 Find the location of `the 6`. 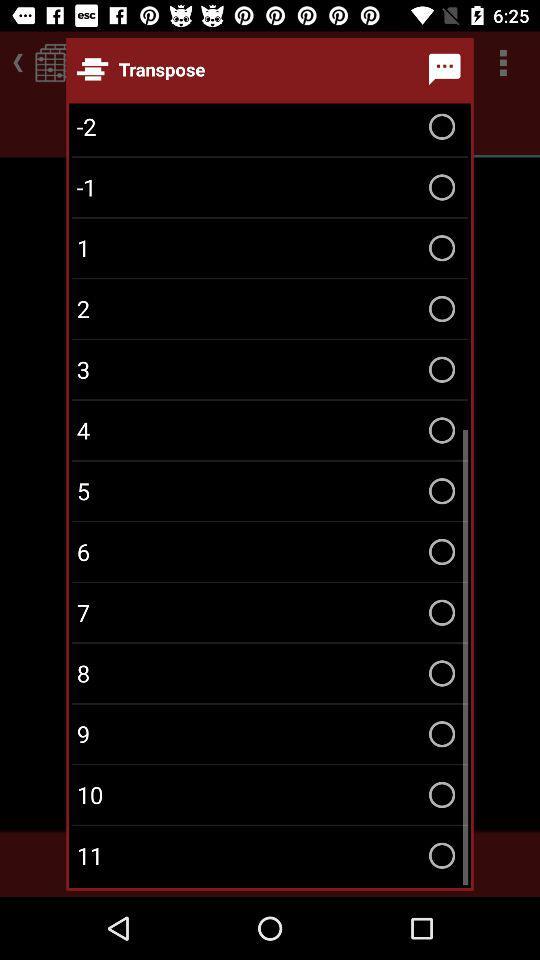

the 6 is located at coordinates (270, 552).